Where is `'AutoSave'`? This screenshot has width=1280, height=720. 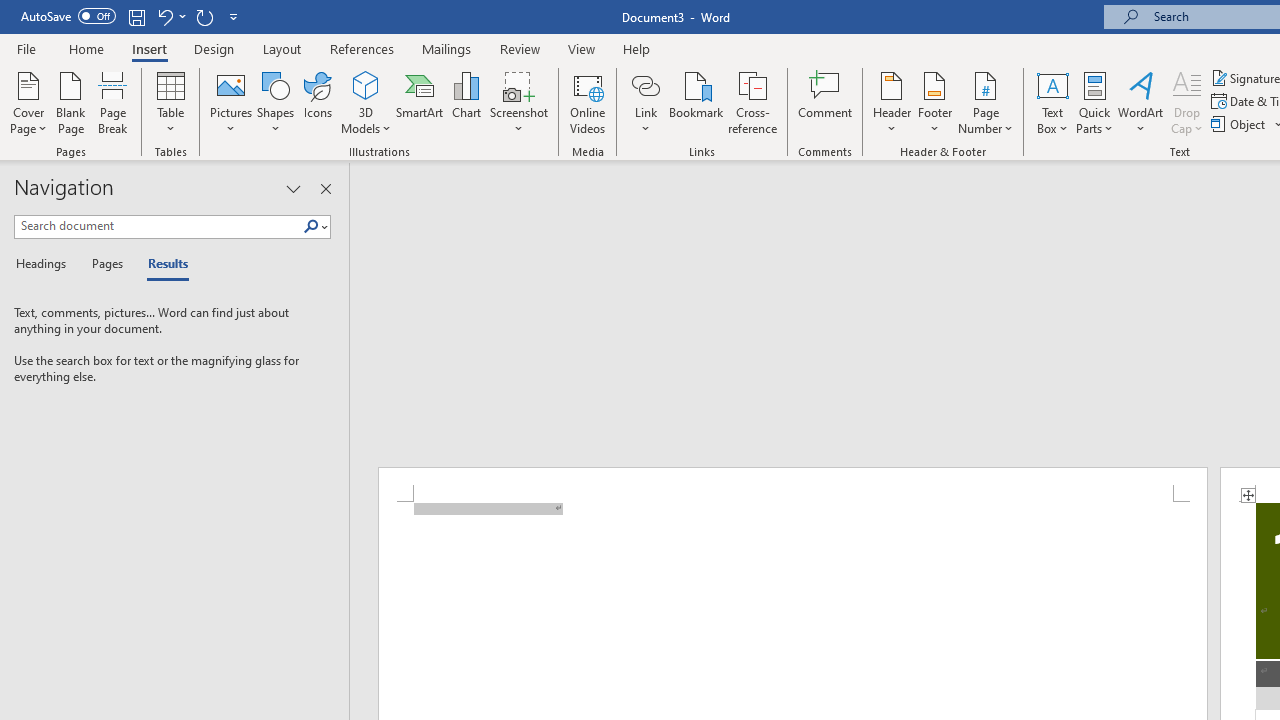
'AutoSave' is located at coordinates (68, 16).